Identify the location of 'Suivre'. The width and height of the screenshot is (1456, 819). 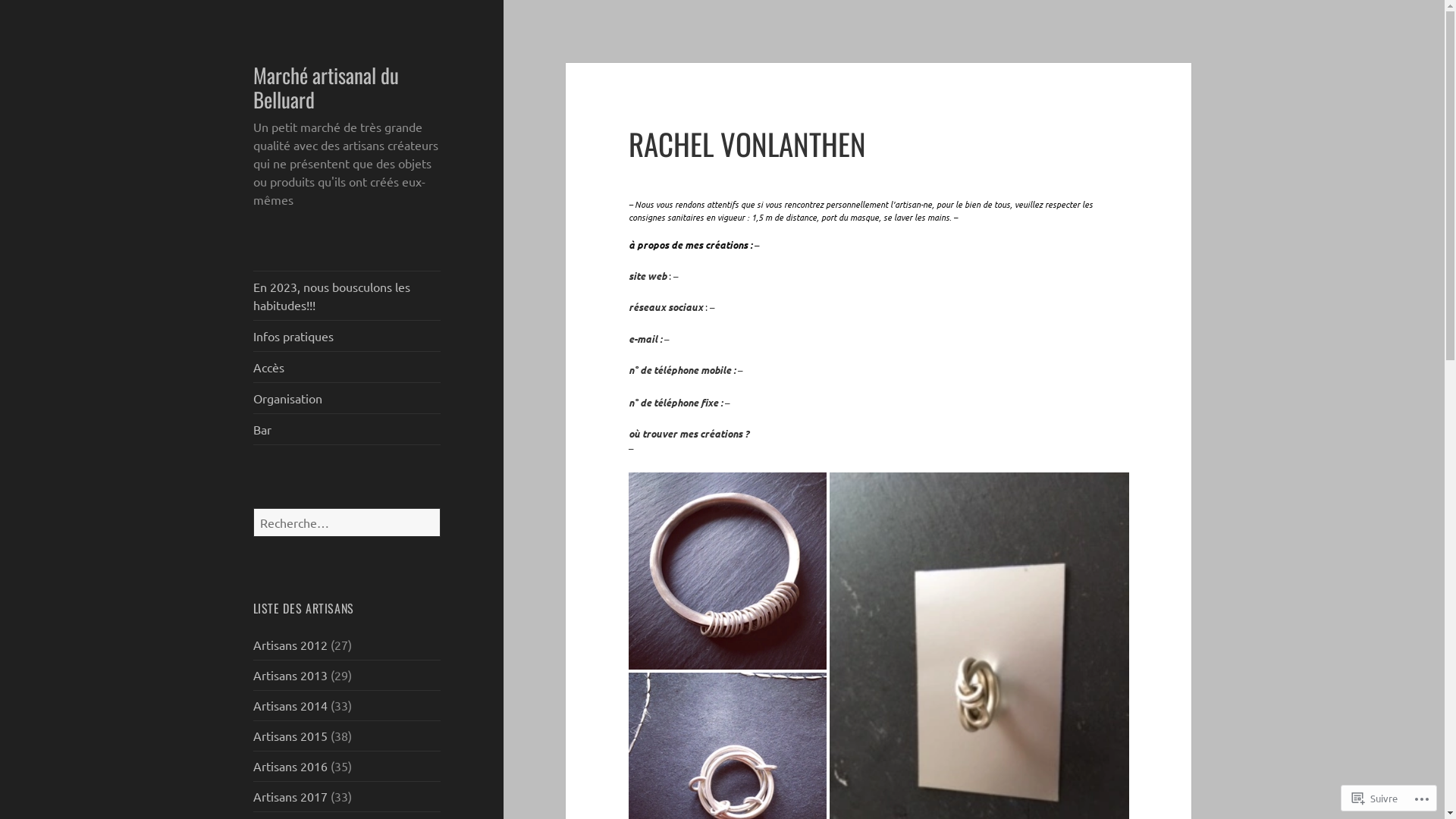
(1346, 797).